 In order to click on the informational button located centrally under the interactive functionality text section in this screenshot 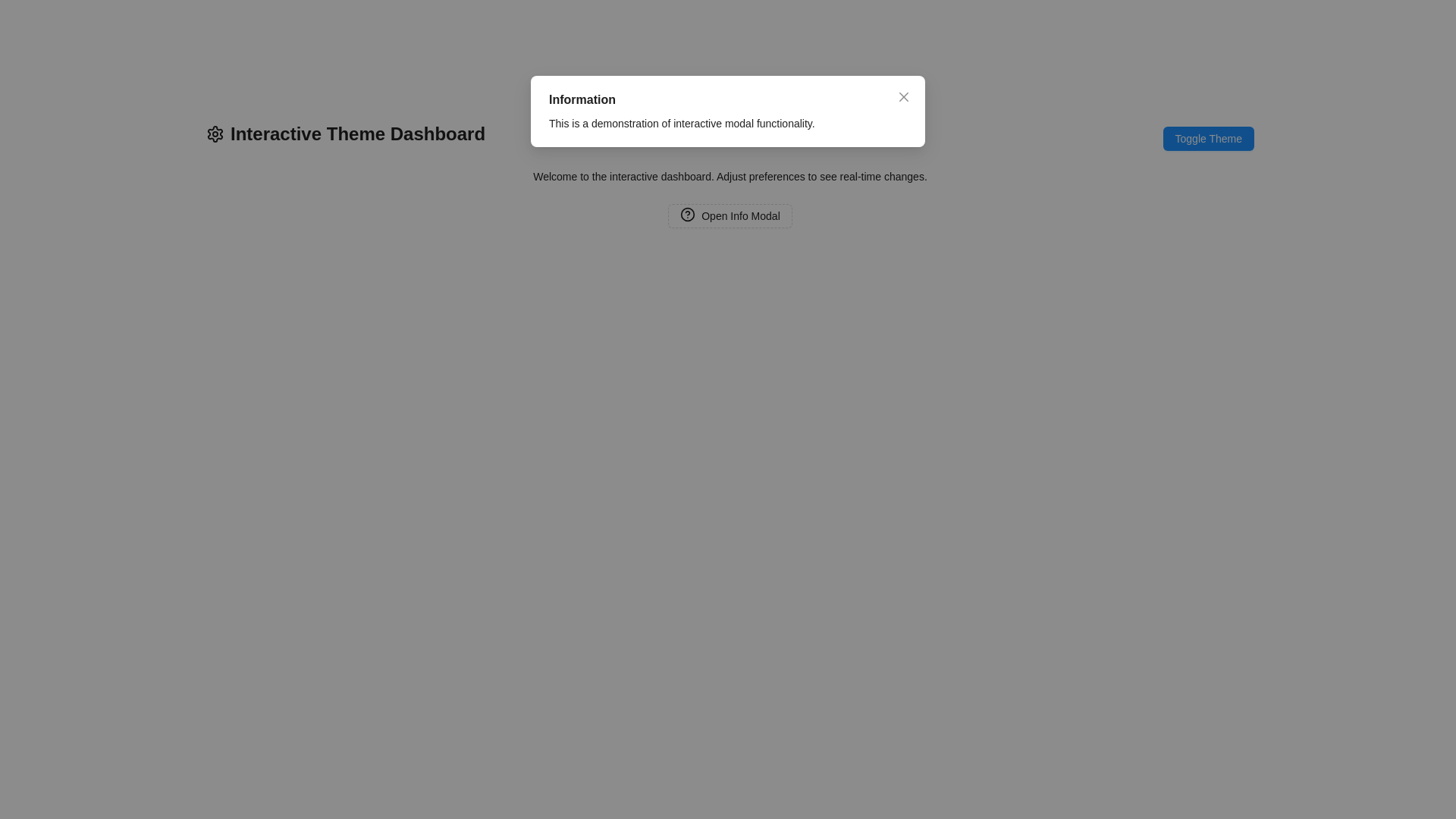, I will do `click(730, 216)`.